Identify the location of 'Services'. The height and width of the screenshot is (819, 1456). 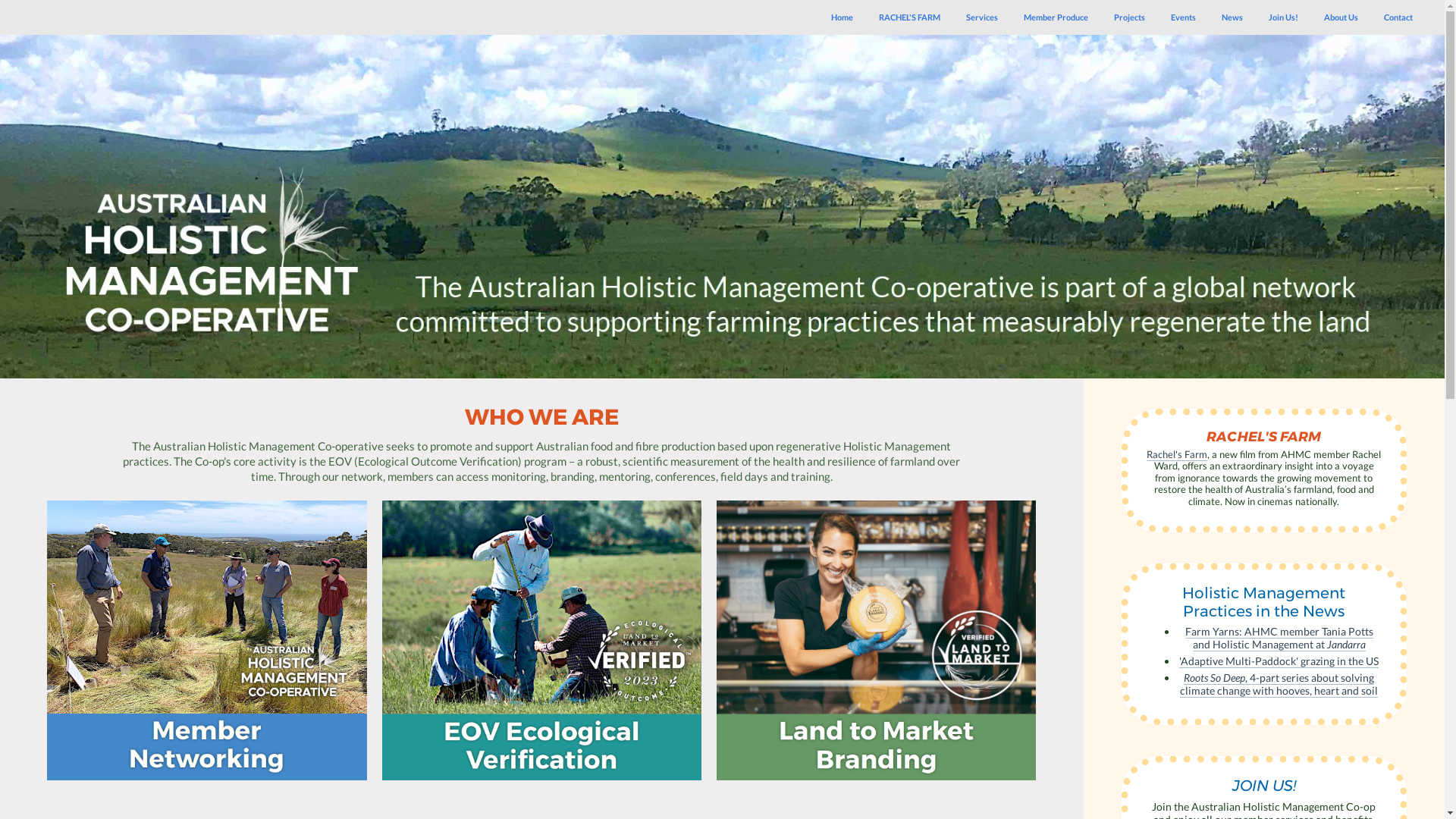
(982, 17).